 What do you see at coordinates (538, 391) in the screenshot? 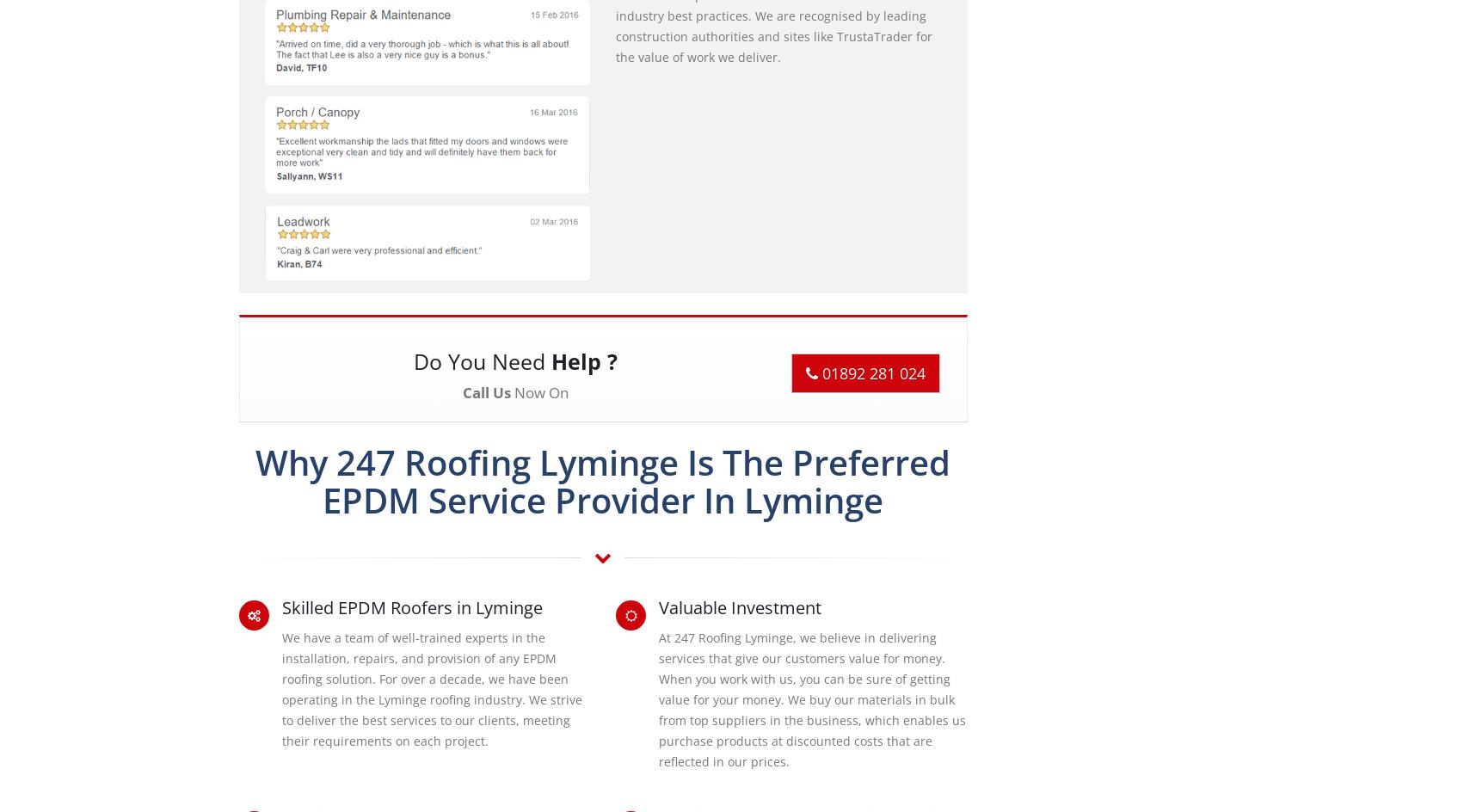
I see `'Now On'` at bounding box center [538, 391].